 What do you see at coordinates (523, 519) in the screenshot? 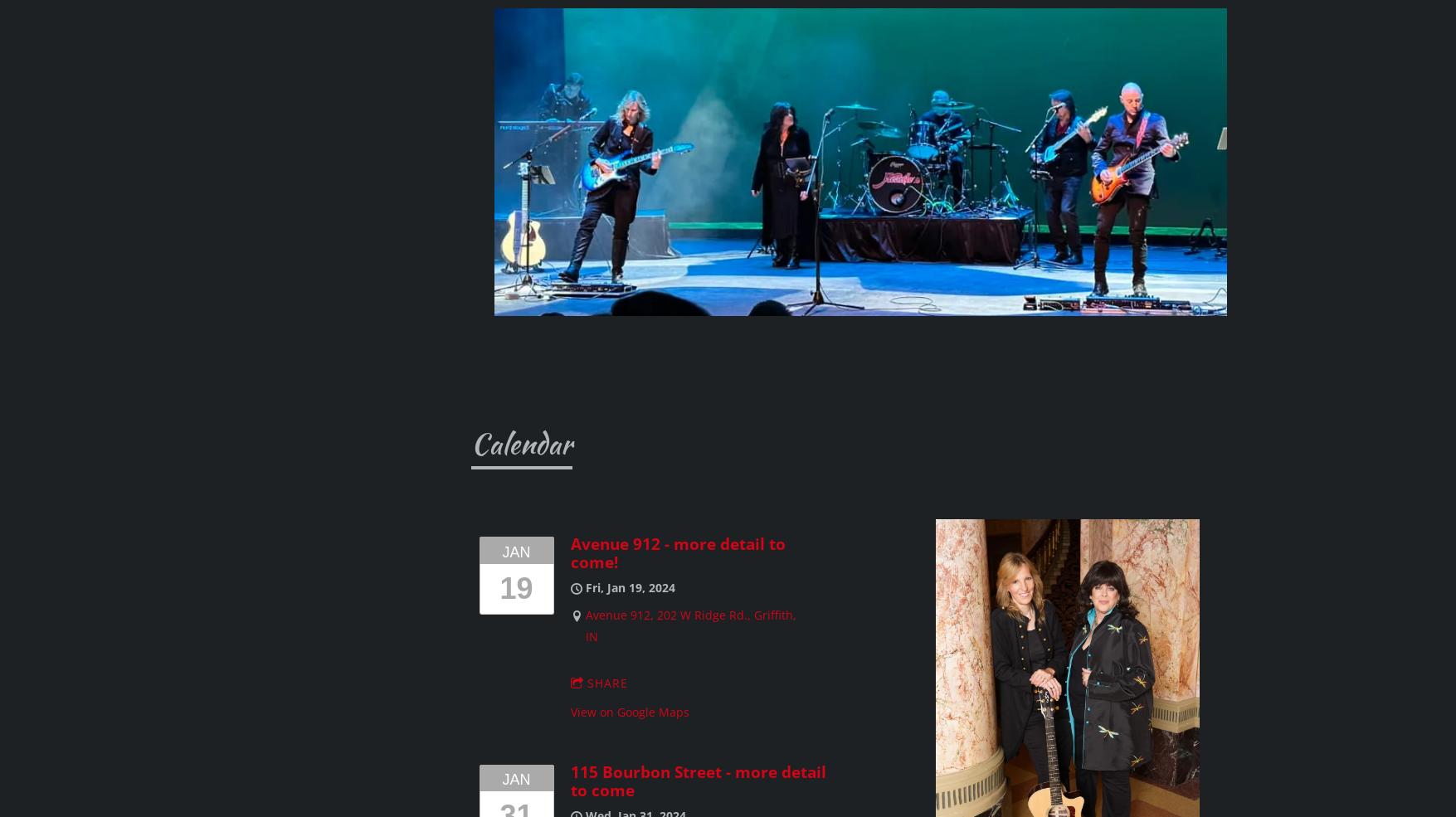
I see `'National Corvette Convention, Tinley Park, IL'` at bounding box center [523, 519].